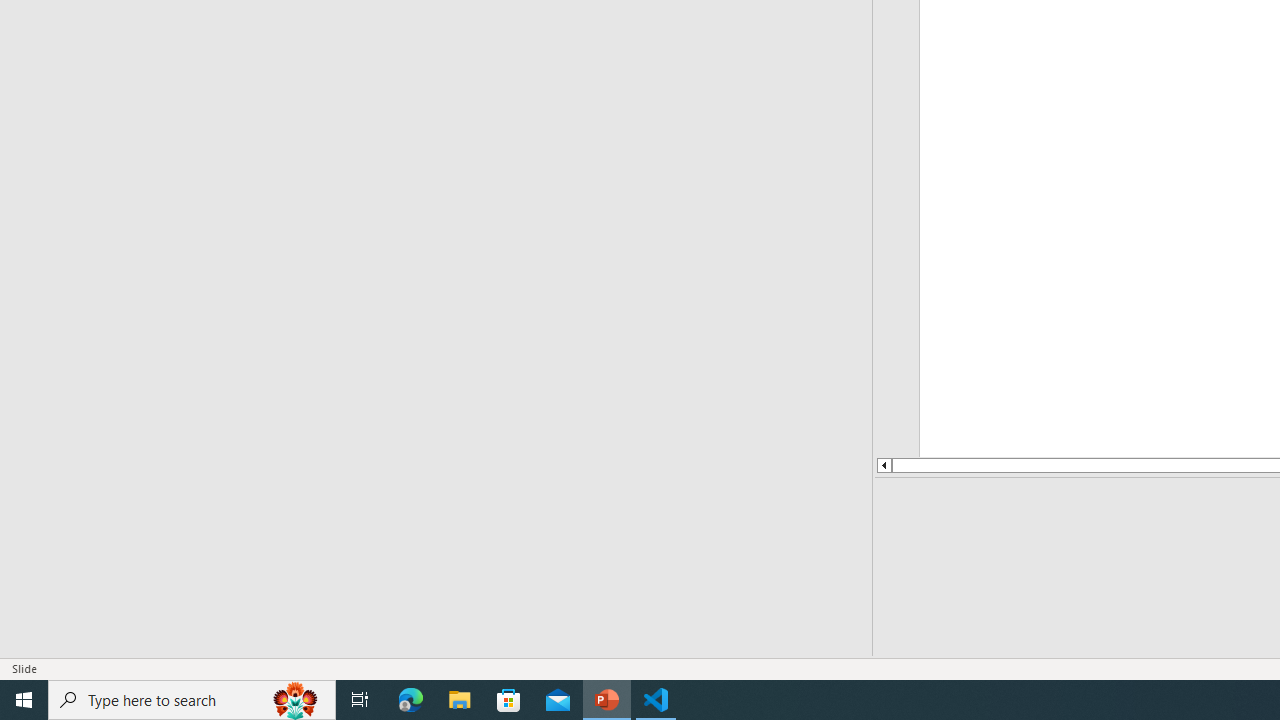 The image size is (1280, 720). I want to click on 'PowerPoint - 1 running window', so click(606, 698).